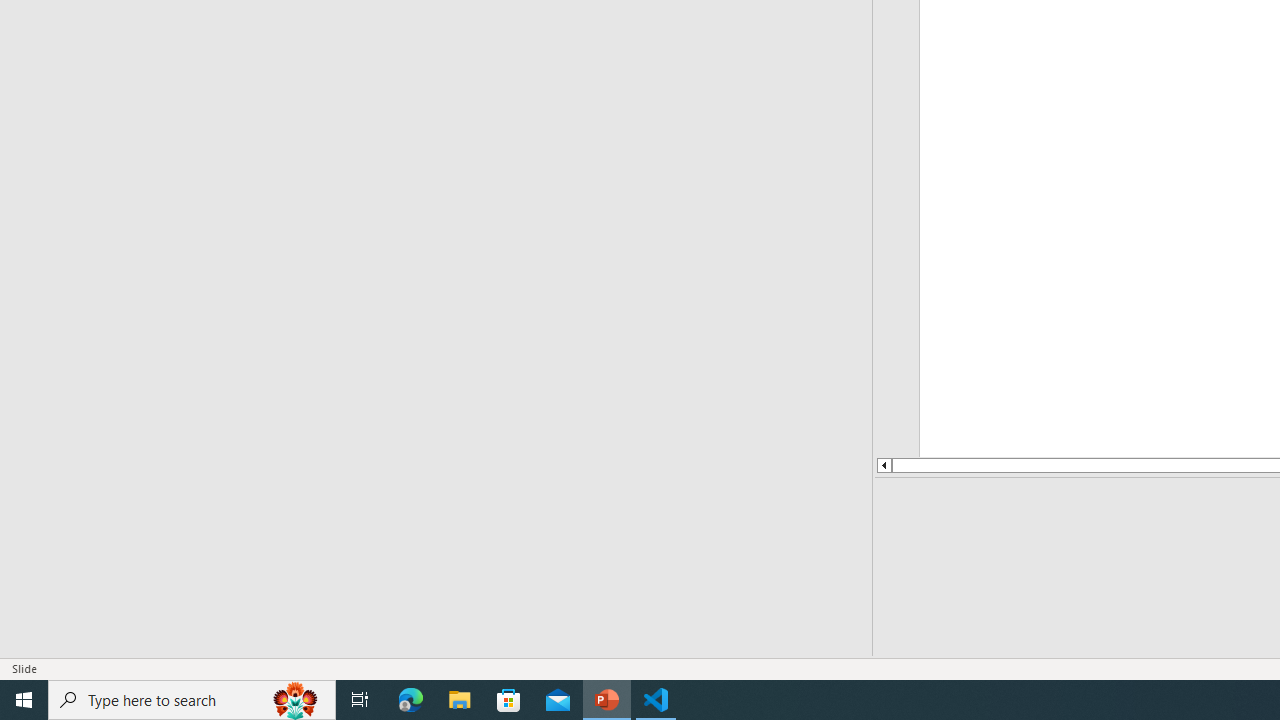 The image size is (1280, 720). I want to click on 'PowerPoint - 1 running window', so click(606, 698).